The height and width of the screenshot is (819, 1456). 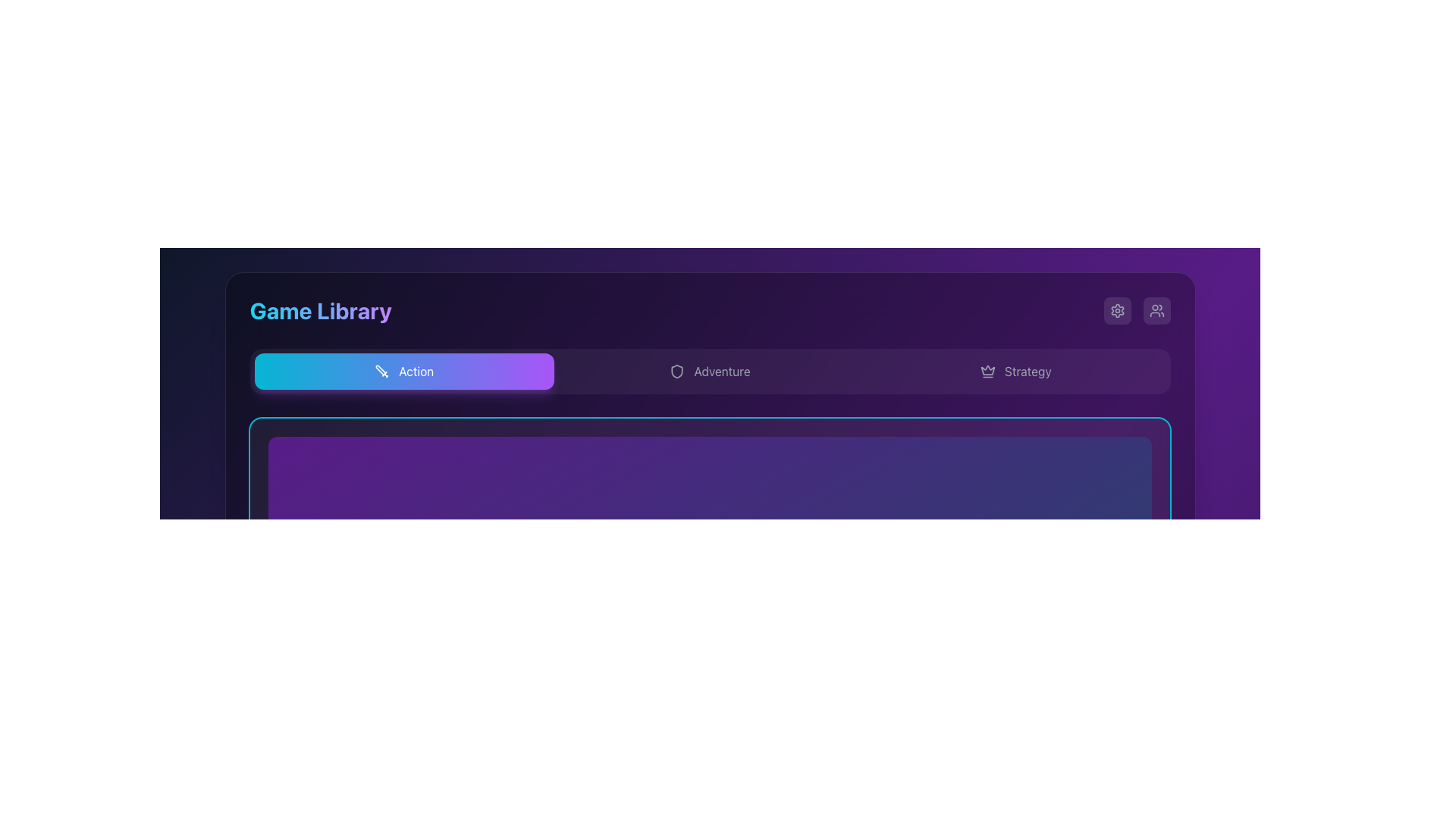 I want to click on the small rounded rectangular button with a gray background and a user icon located at the top-right corner of the interface to observe its tooltip or effect, so click(x=1156, y=309).